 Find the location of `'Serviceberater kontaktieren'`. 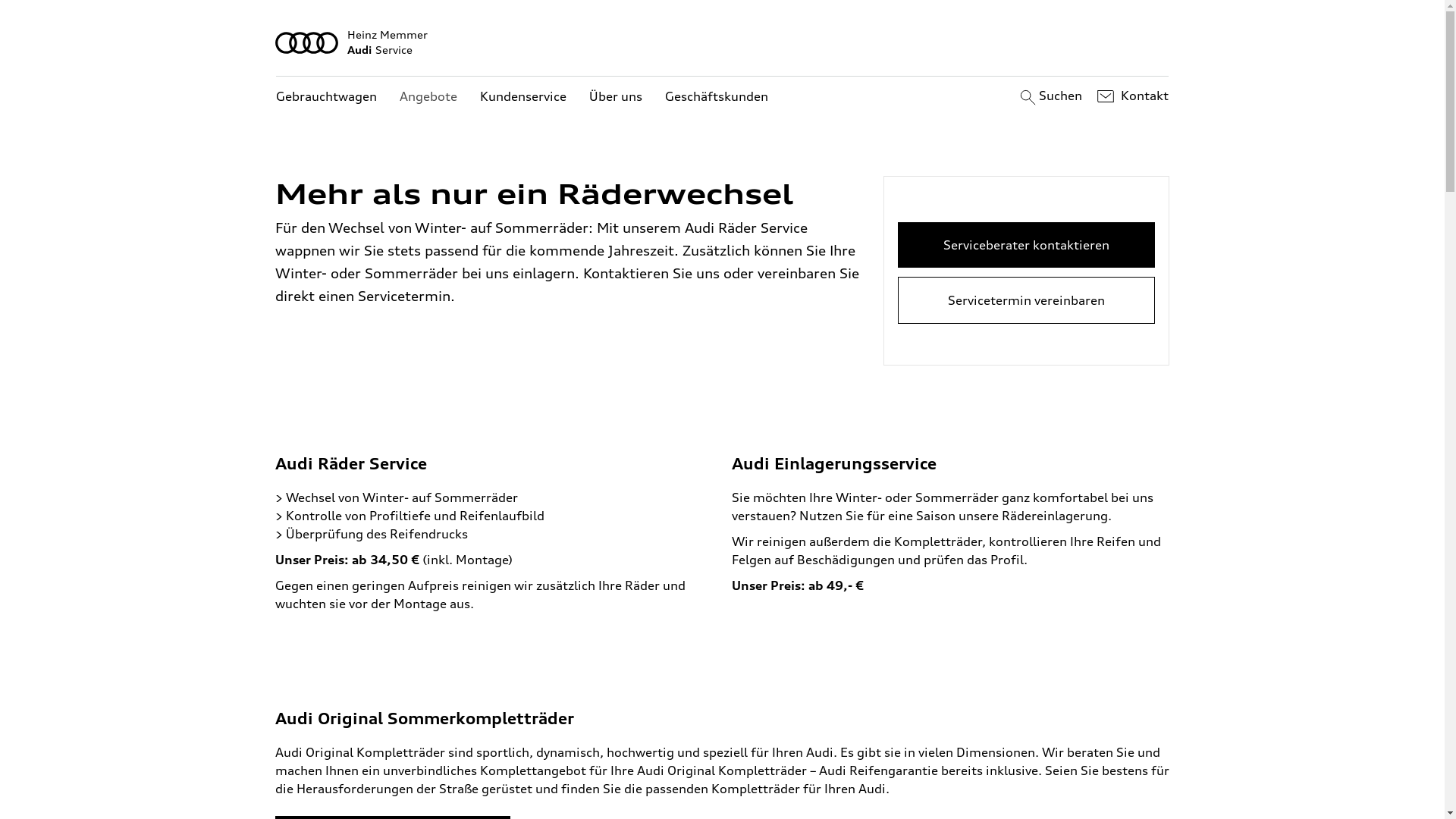

'Serviceberater kontaktieren' is located at coordinates (1026, 244).